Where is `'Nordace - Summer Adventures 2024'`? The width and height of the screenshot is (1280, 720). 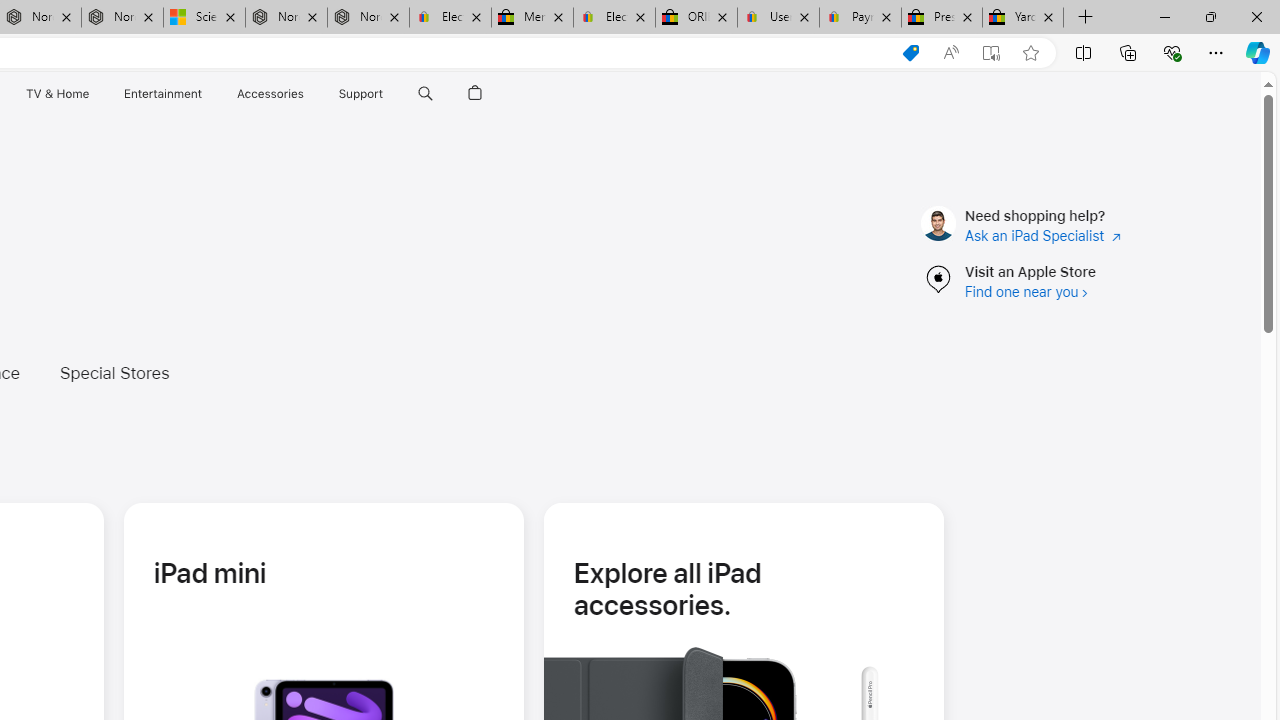 'Nordace - Summer Adventures 2024' is located at coordinates (285, 17).